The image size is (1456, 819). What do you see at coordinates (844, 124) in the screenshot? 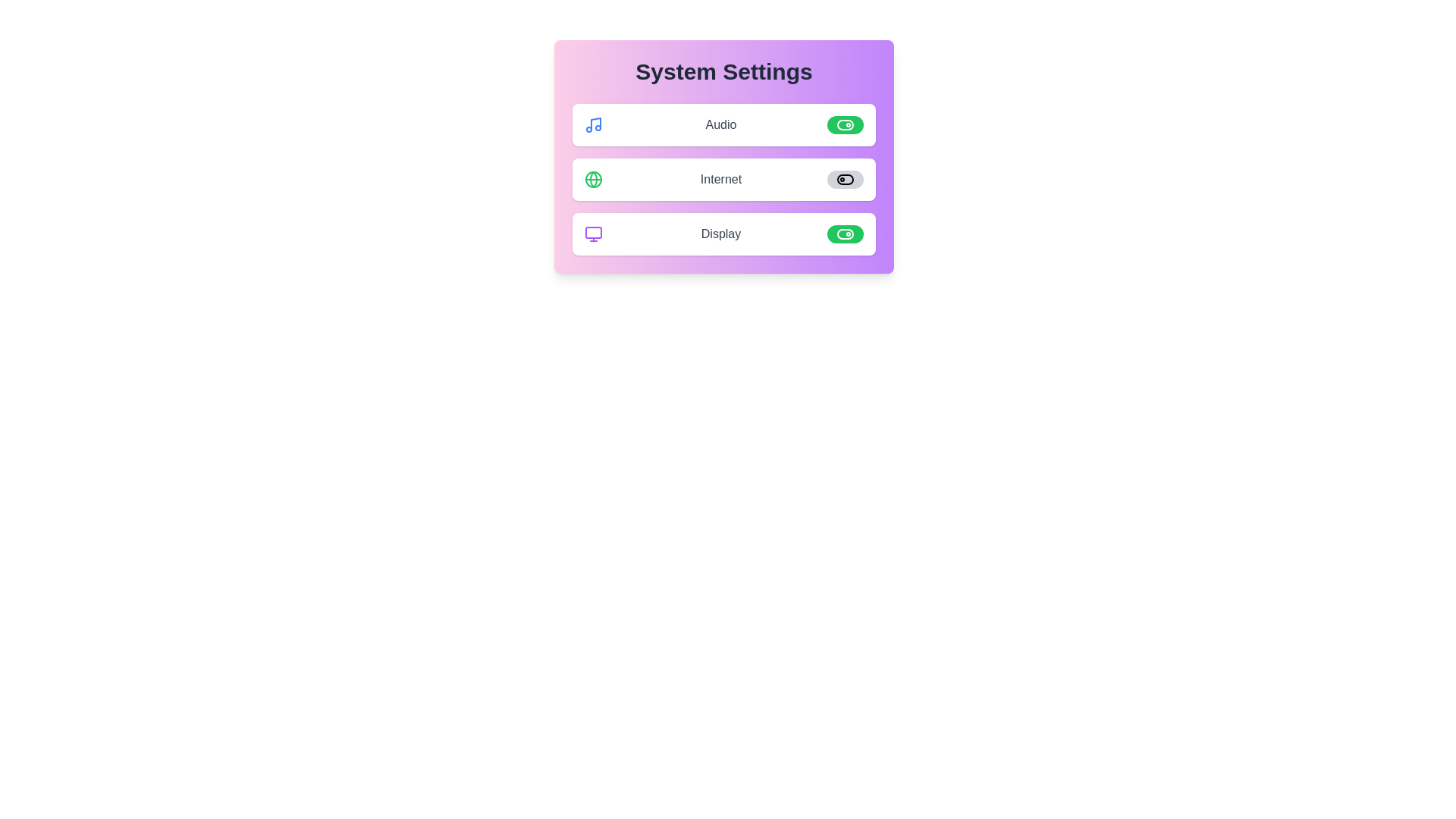
I see `the toggle background for the 'Audio' option in the 'System Settings' interface to switch its state` at bounding box center [844, 124].